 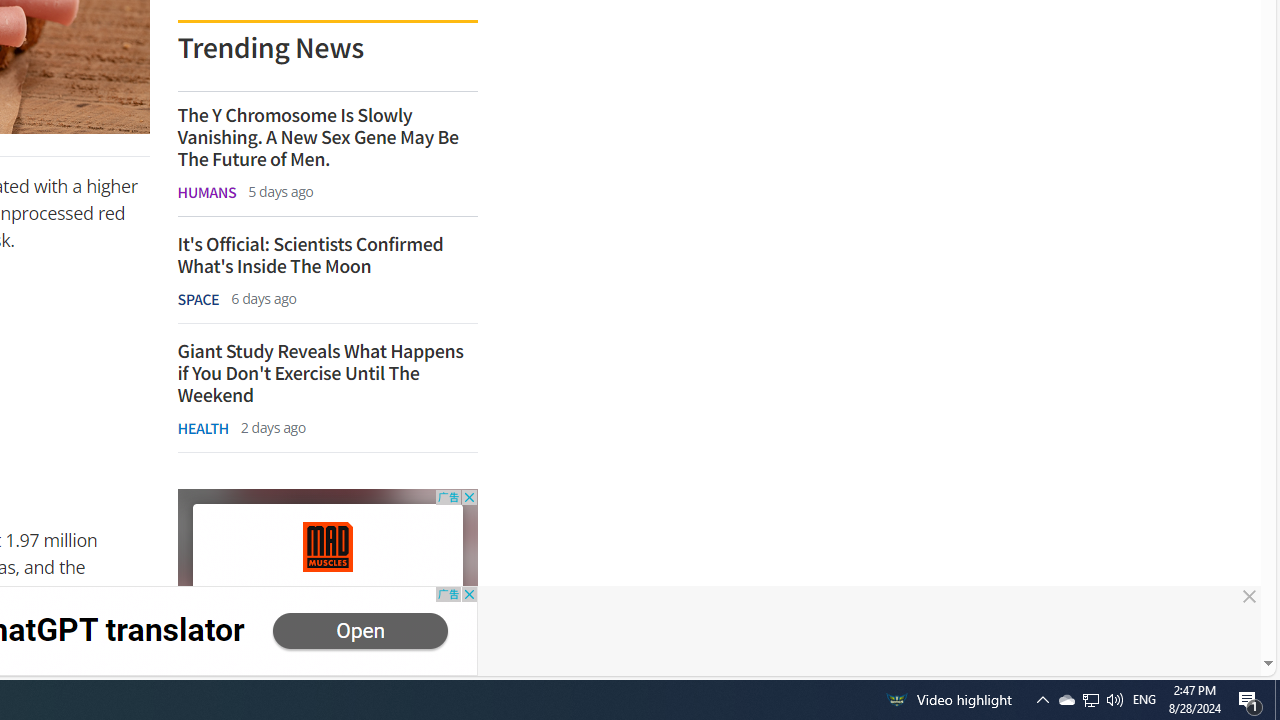 I want to click on 'HUMANS', so click(x=206, y=191).